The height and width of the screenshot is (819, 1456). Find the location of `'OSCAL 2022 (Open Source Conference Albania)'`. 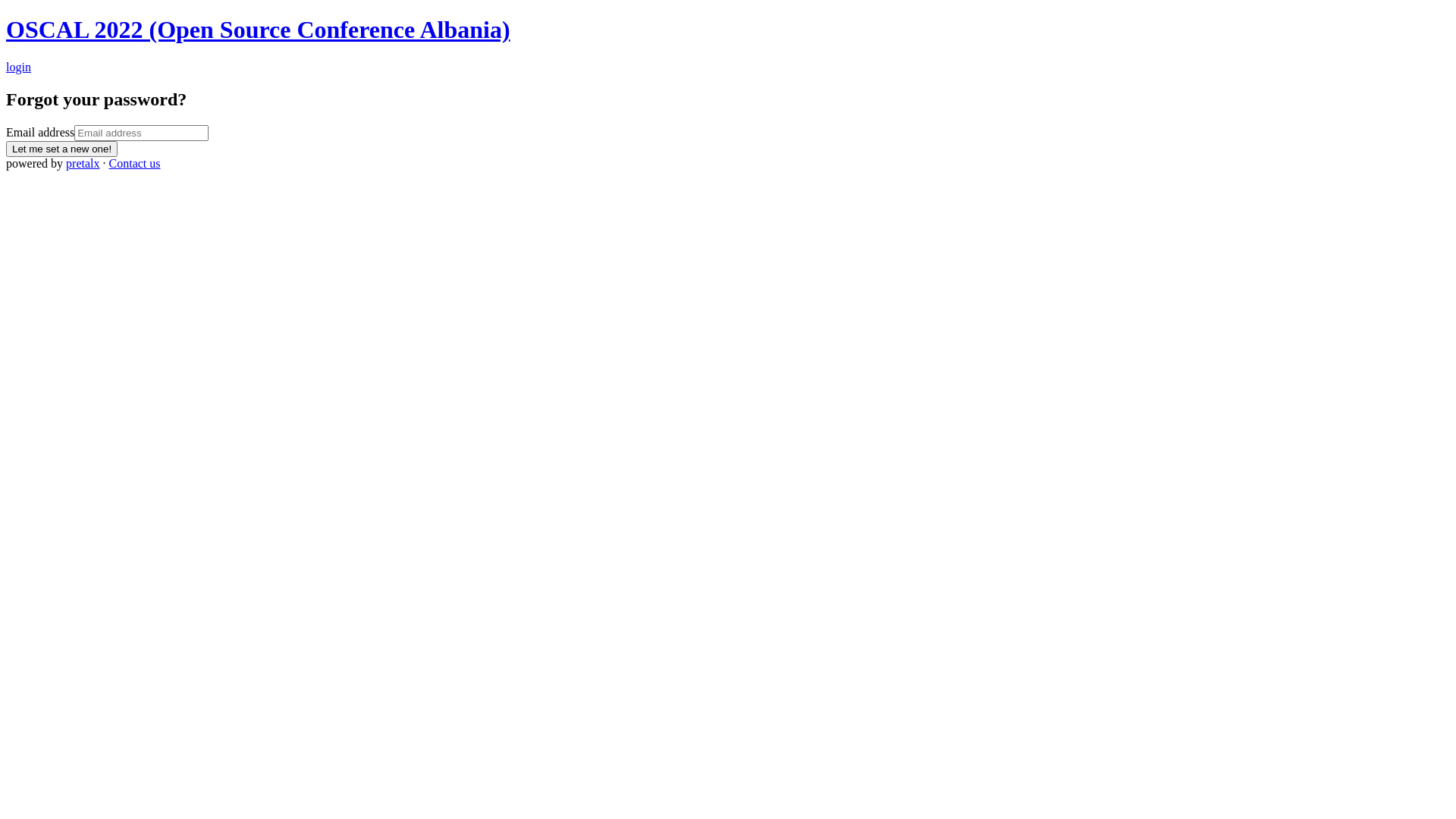

'OSCAL 2022 (Open Source Conference Albania)' is located at coordinates (258, 29).